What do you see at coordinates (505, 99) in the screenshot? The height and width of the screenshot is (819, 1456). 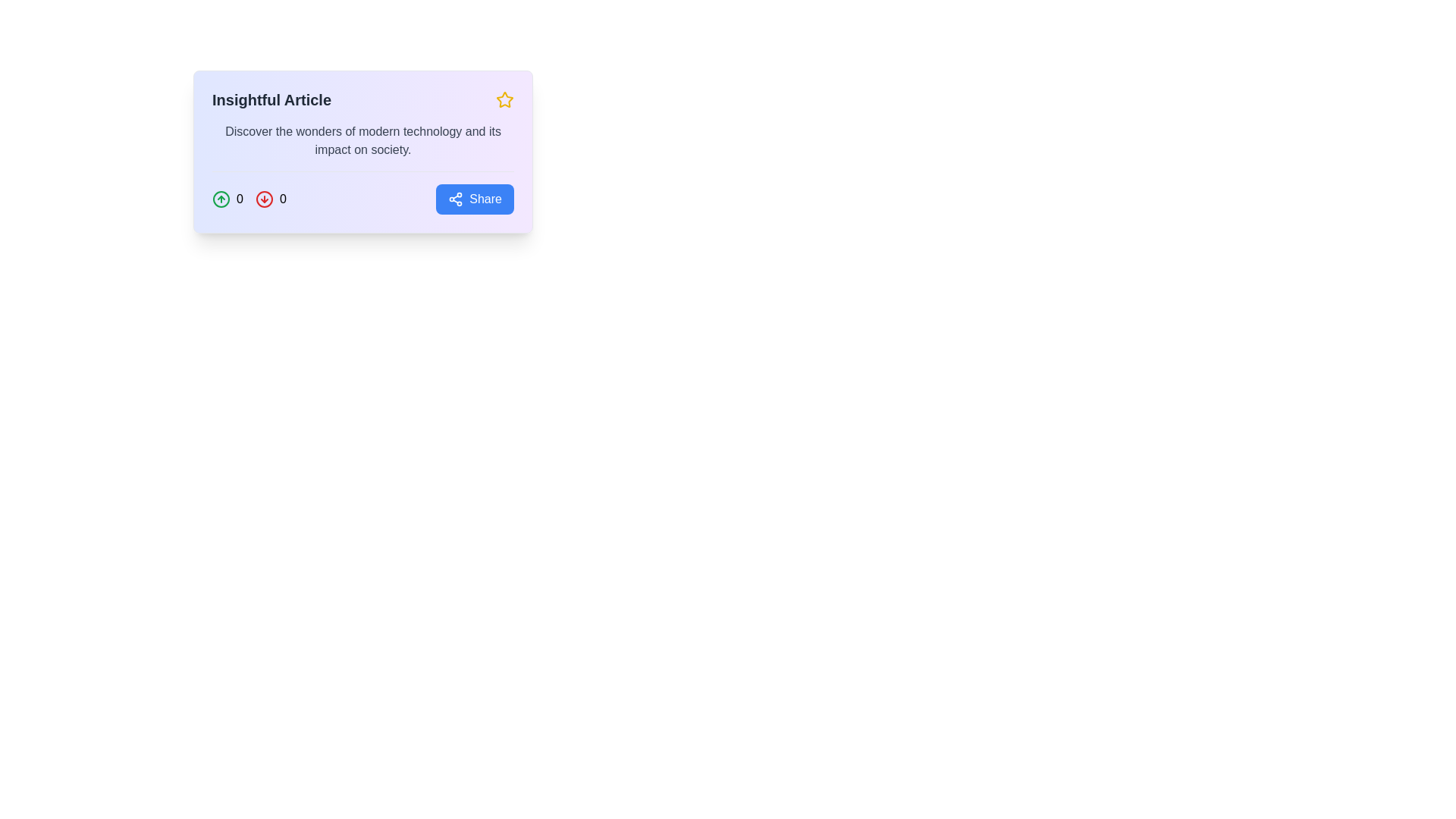 I see `the yellow star icon with a hollow center in the upper-right corner of the 'Insightful Article' card` at bounding box center [505, 99].